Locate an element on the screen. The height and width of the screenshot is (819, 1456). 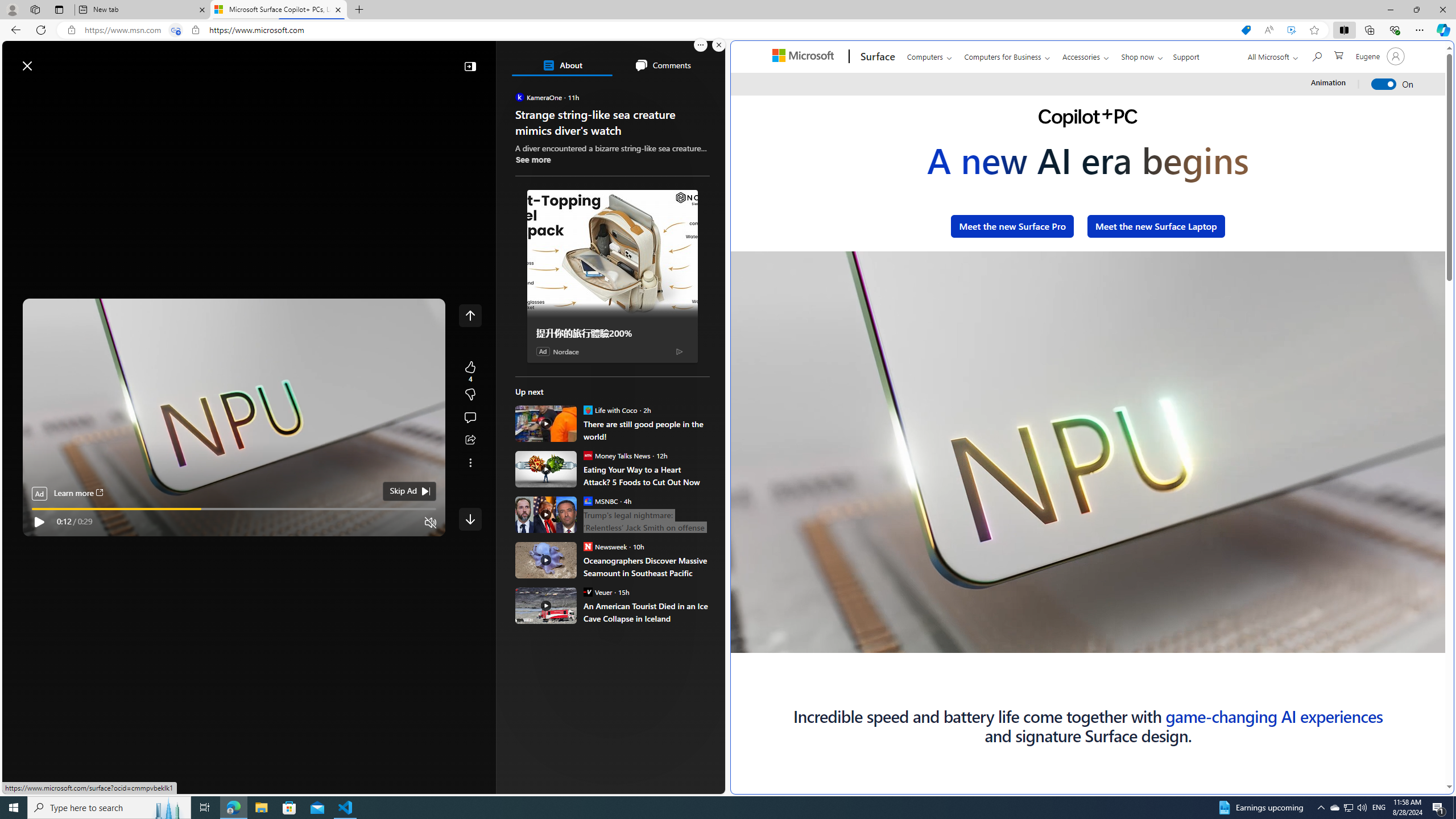
'Money Talks News' is located at coordinates (586, 455).